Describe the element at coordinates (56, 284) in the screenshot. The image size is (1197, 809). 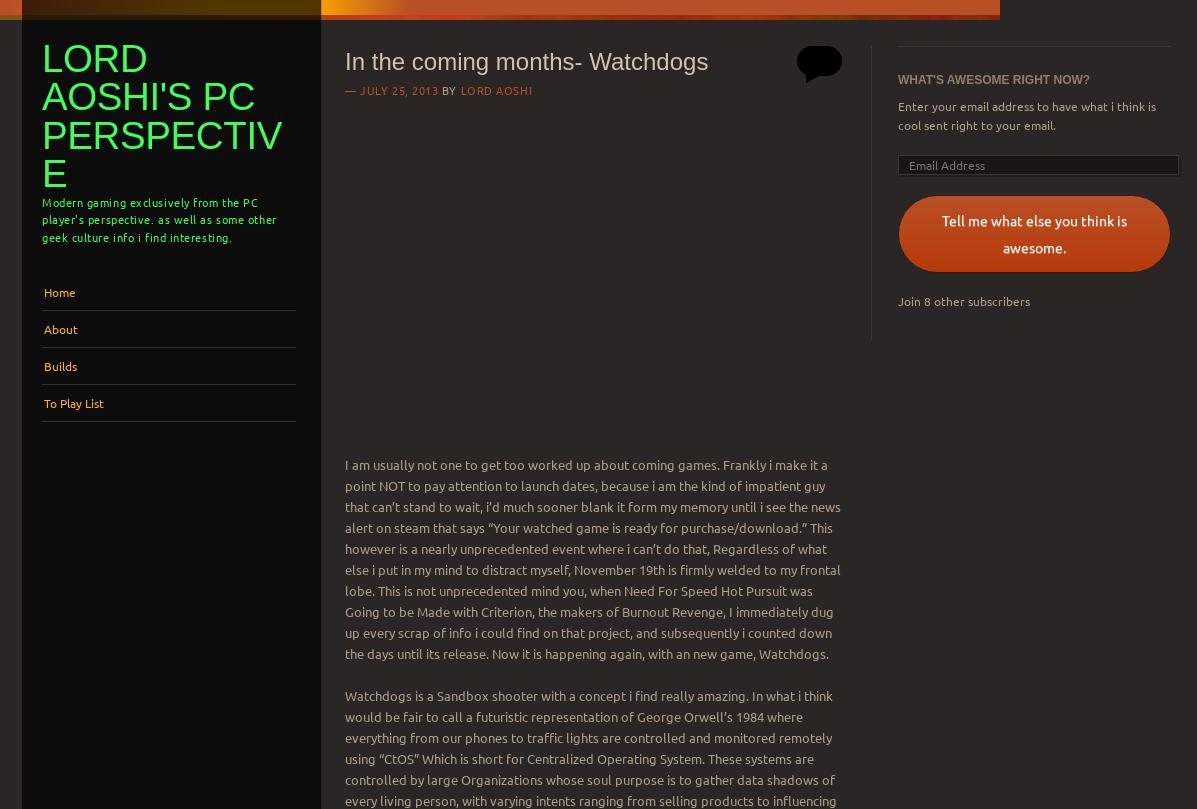
I see `'Menu'` at that location.